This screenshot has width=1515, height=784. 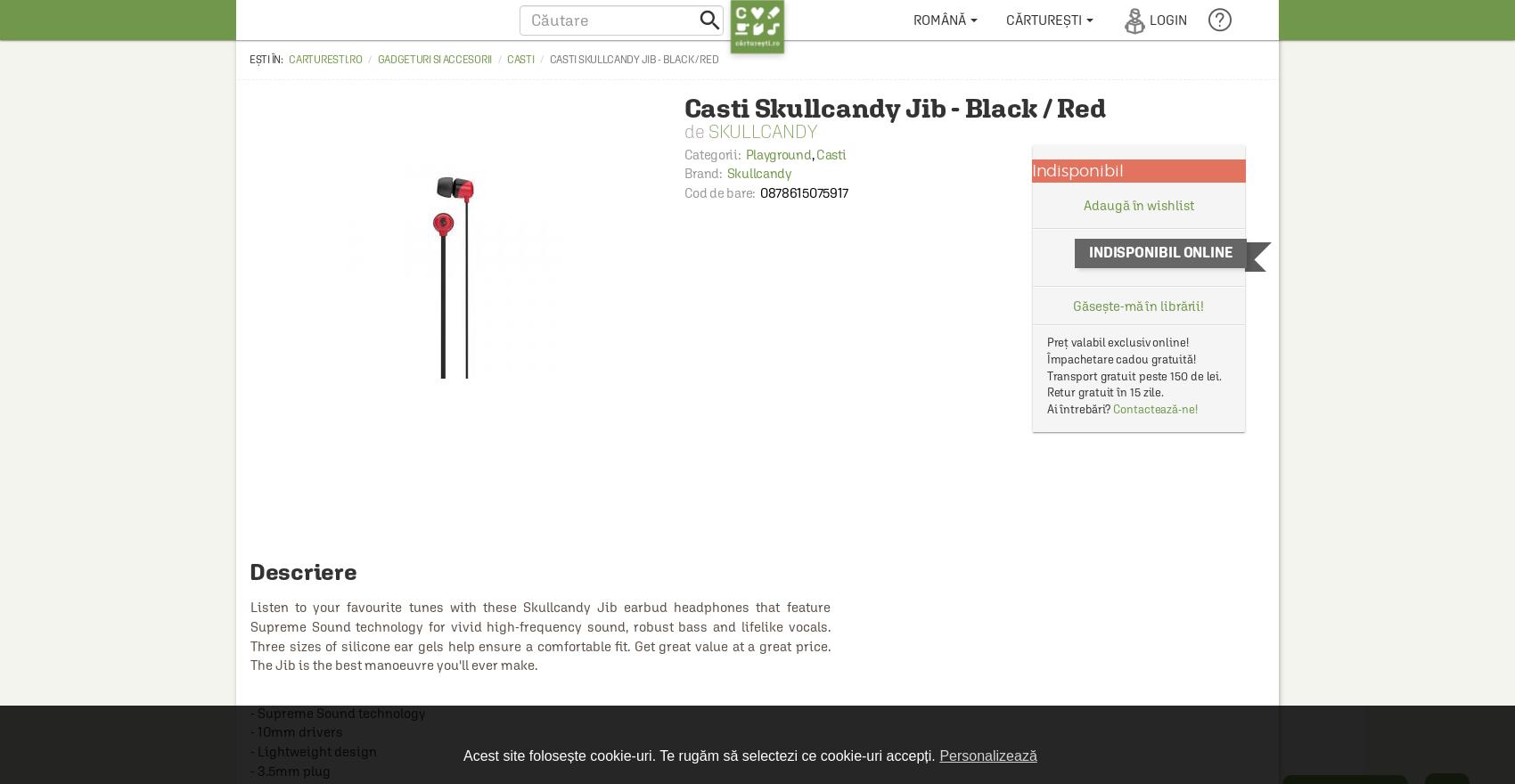 What do you see at coordinates (700, 755) in the screenshot?
I see `'Acest site folosește cookie-uri. Te rugăm să selectezi ce cookie-uri accepți.'` at bounding box center [700, 755].